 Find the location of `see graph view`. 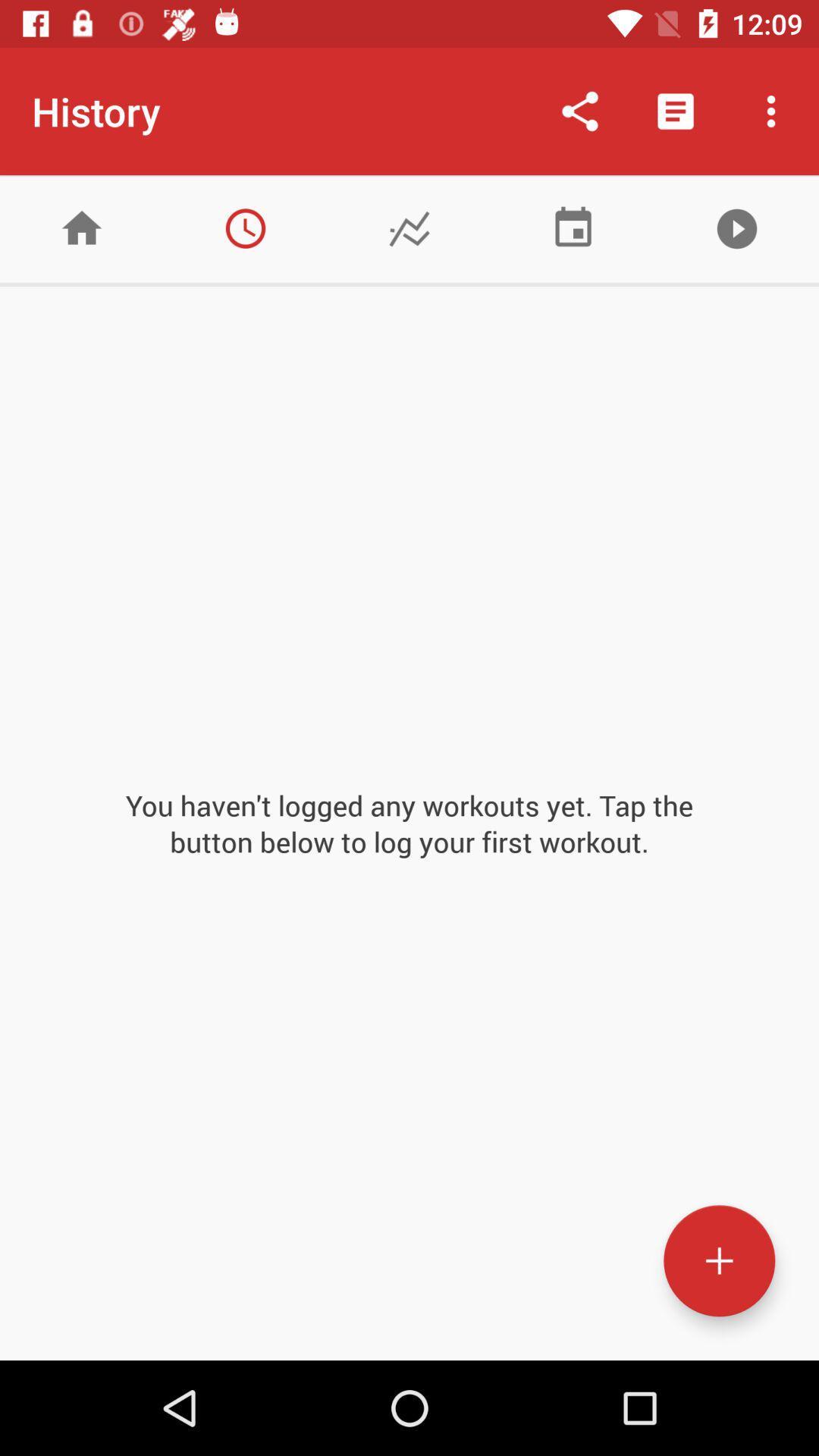

see graph view is located at coordinates (409, 227).